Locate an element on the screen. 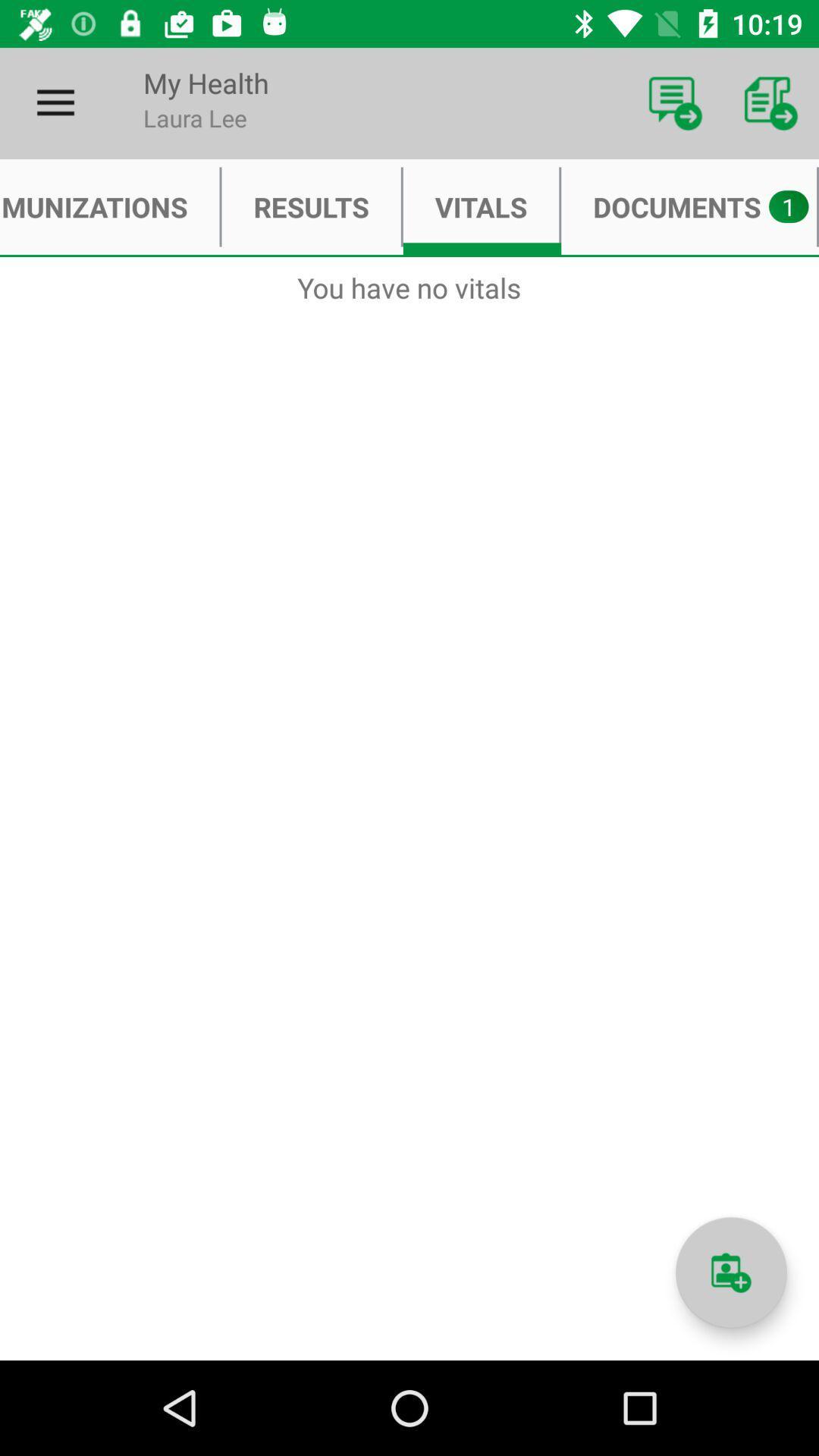  the icon at the bottom right corner is located at coordinates (730, 1272).